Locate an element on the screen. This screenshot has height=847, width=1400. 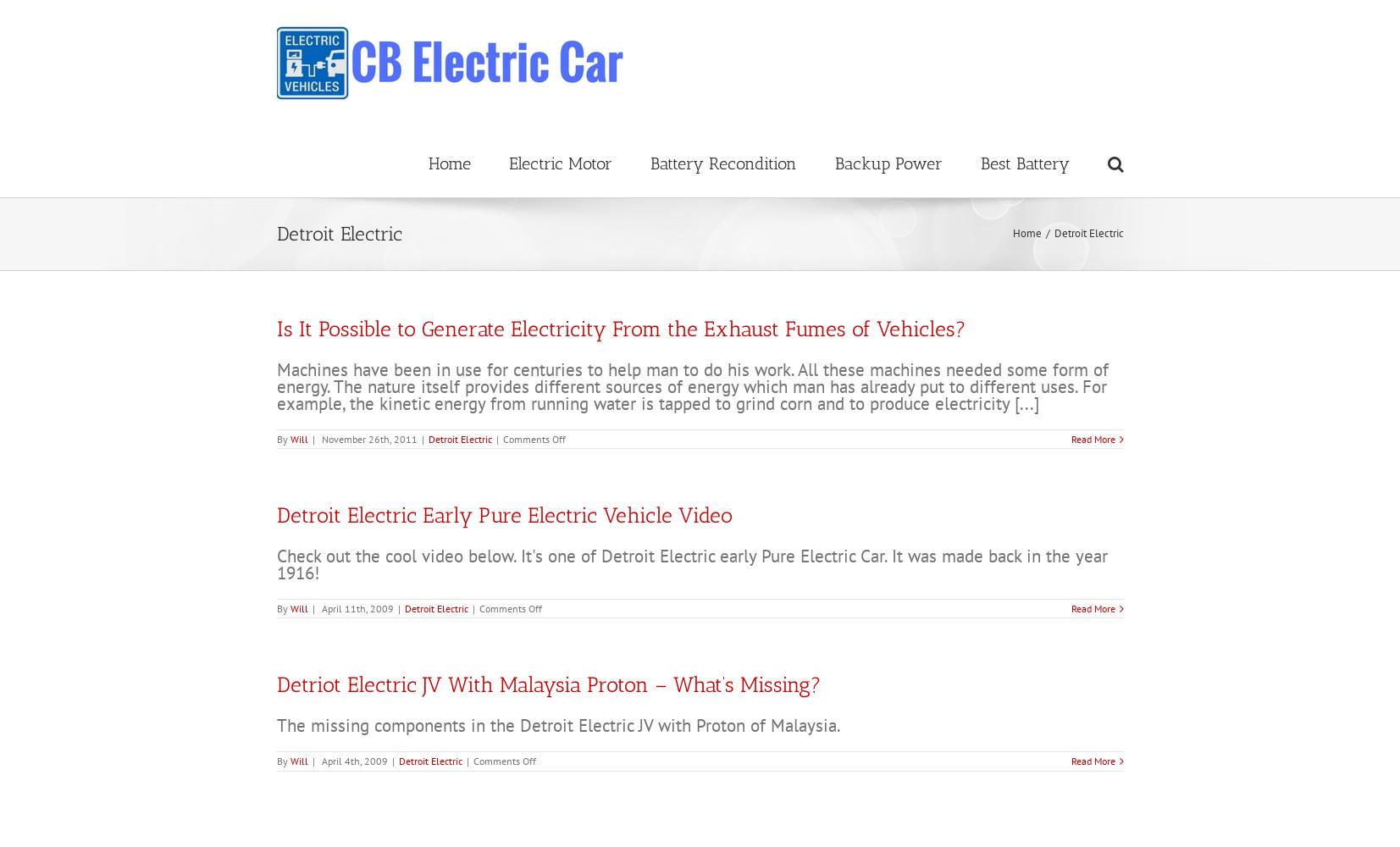
'April 4th, 2009' is located at coordinates (353, 761).